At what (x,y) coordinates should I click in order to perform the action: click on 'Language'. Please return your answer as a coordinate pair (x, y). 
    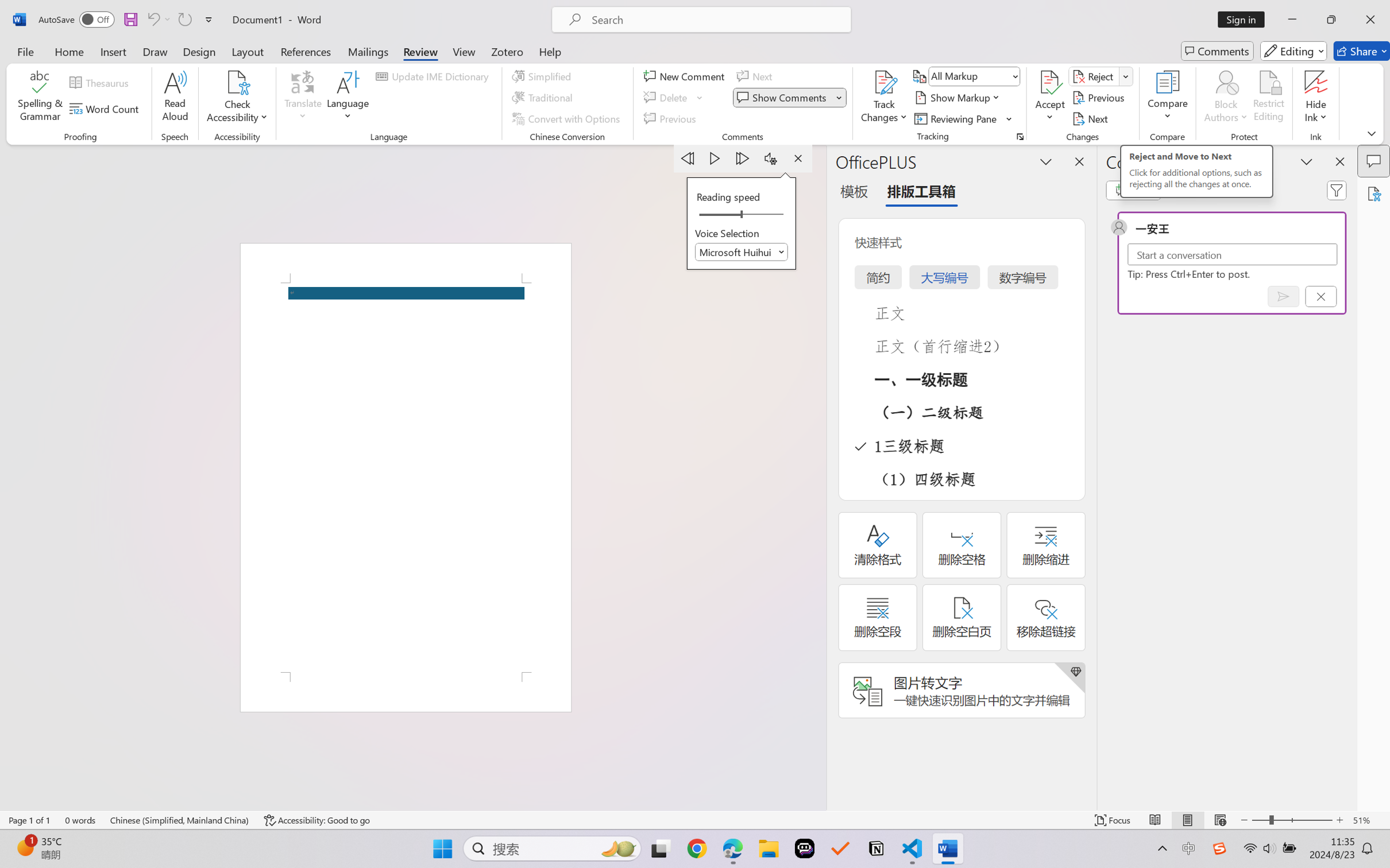
    Looking at the image, I should click on (347, 98).